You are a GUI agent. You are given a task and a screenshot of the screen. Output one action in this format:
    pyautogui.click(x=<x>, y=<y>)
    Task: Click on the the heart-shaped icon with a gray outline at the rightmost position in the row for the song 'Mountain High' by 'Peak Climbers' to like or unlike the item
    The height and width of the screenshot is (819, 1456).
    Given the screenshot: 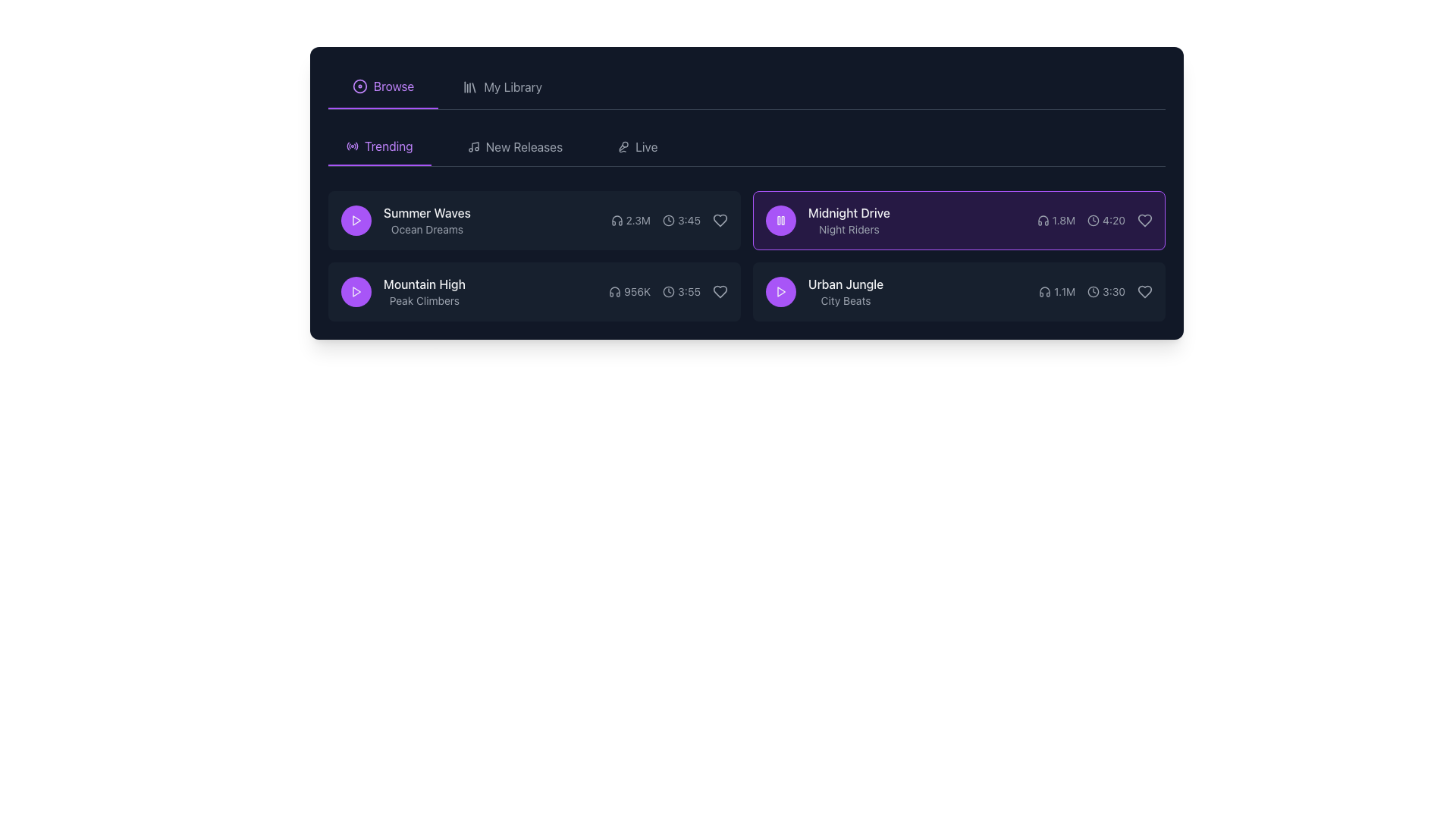 What is the action you would take?
    pyautogui.click(x=720, y=292)
    